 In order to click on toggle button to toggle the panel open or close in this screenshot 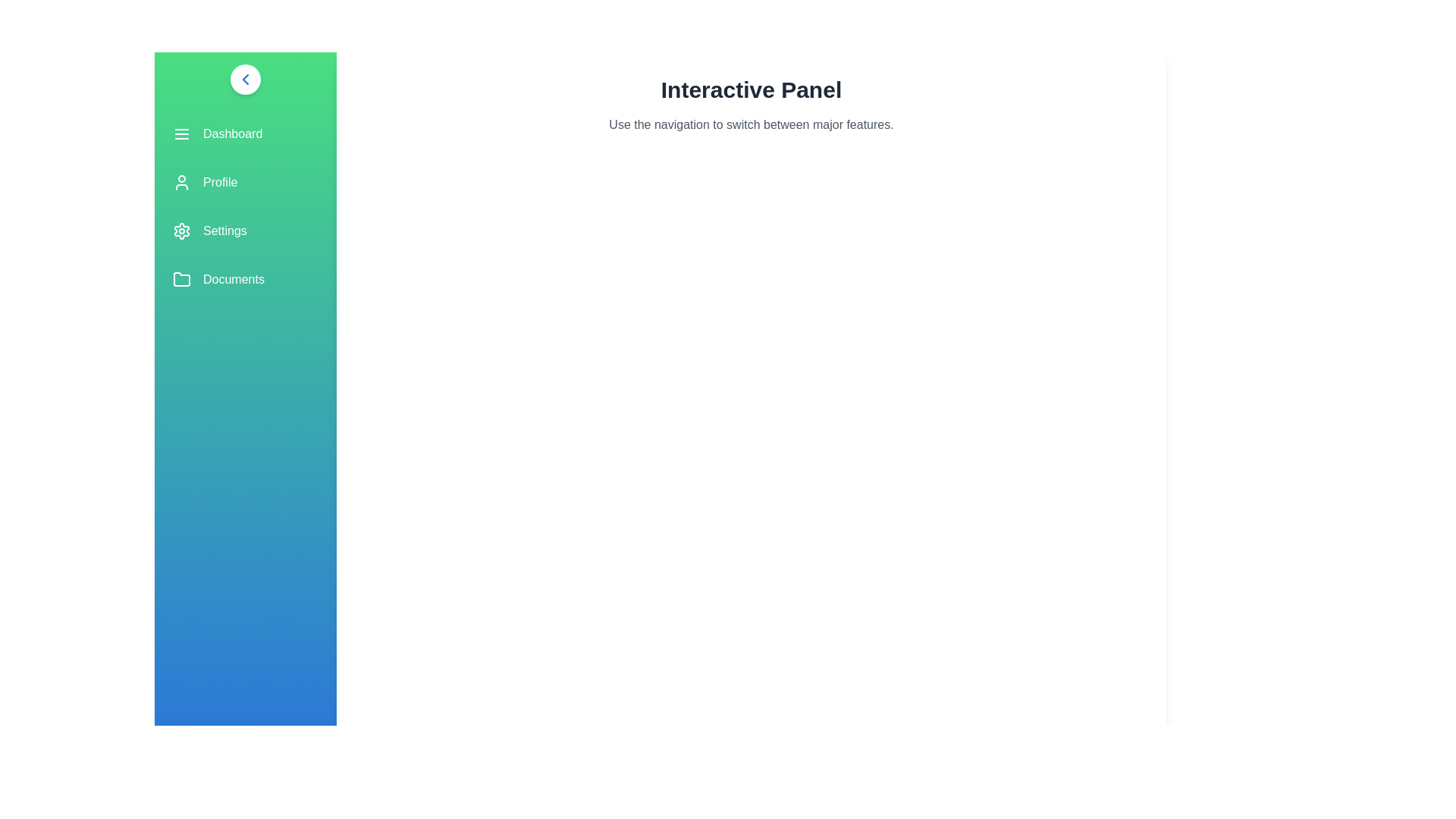, I will do `click(246, 79)`.